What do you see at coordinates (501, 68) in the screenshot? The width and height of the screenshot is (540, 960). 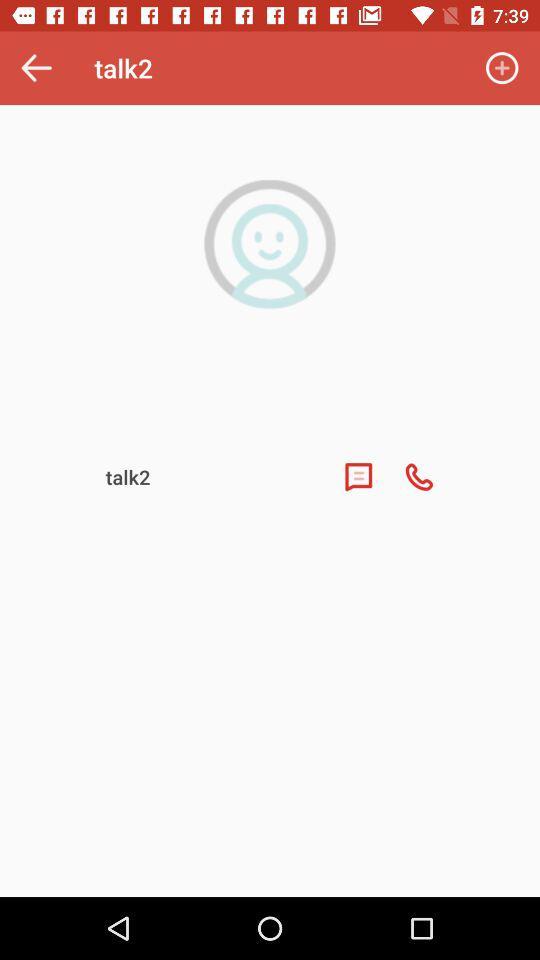 I see `icon next to talk2` at bounding box center [501, 68].